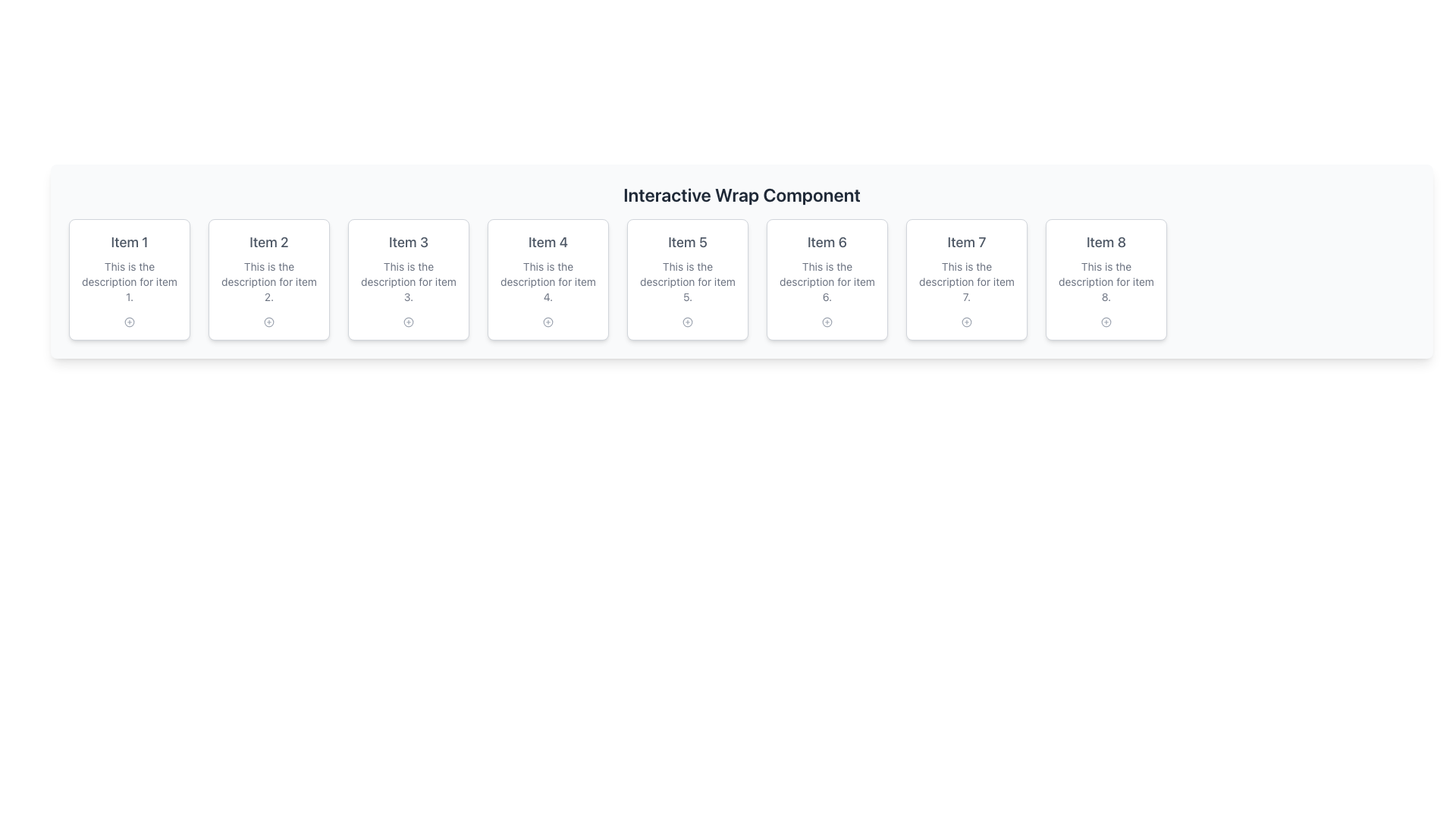 Image resolution: width=1456 pixels, height=819 pixels. I want to click on the icon button located at the bottom center of the card labeled 'Item 8', which is the last card in a row of 8 cards, so click(1106, 321).